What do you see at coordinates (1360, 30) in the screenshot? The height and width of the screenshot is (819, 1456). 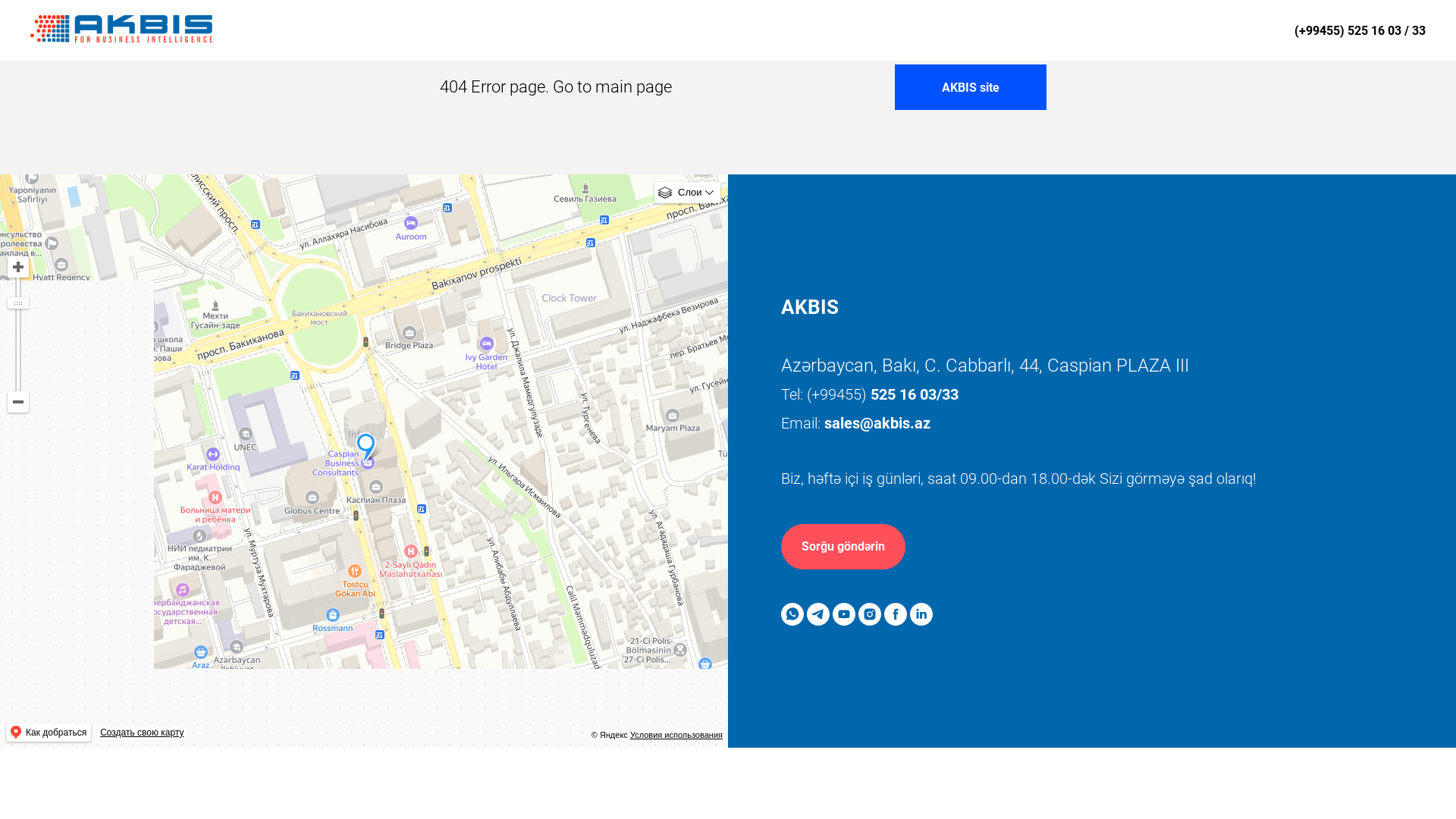 I see `'(+99455) 525 16 03 / 33'` at bounding box center [1360, 30].